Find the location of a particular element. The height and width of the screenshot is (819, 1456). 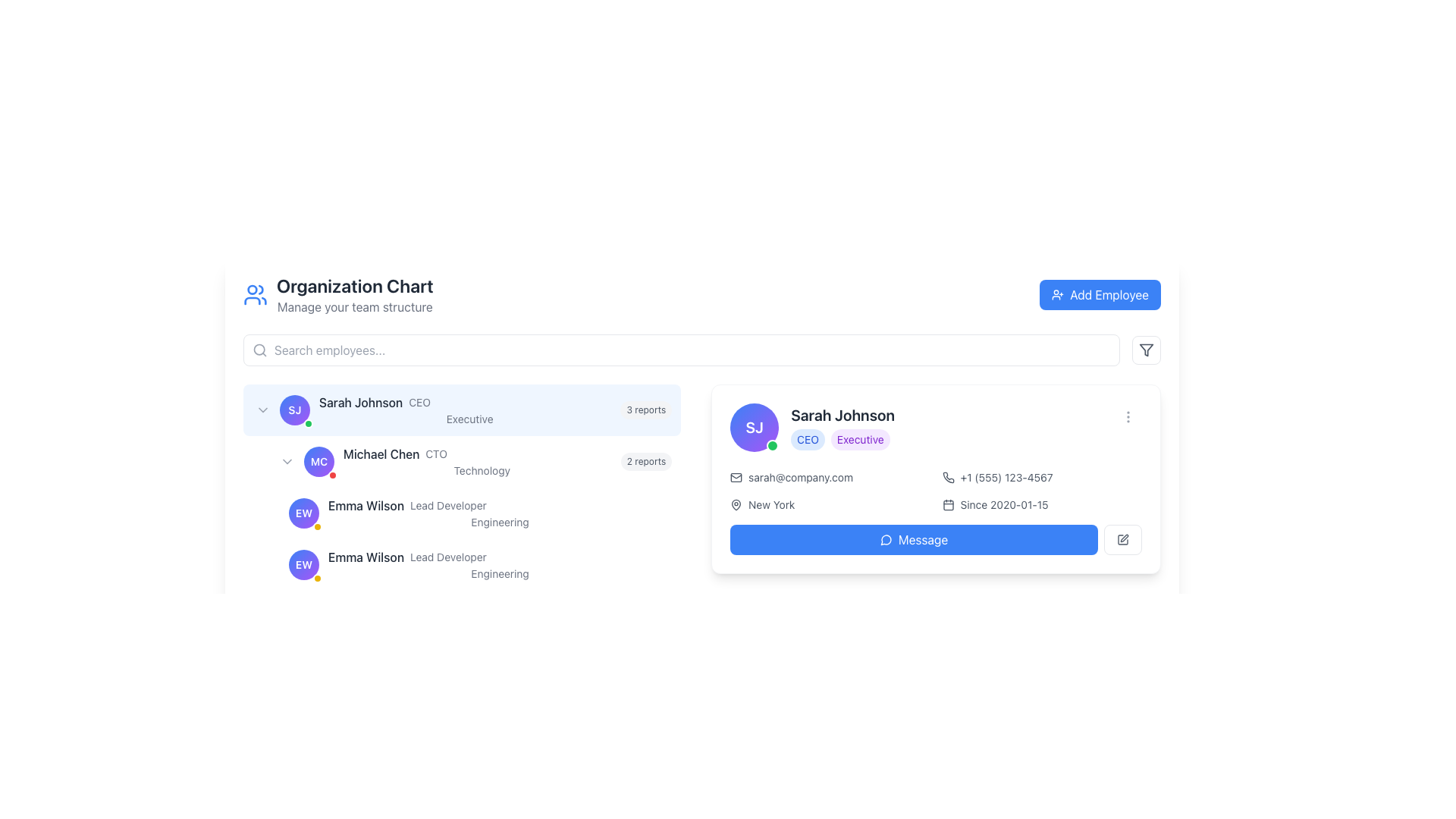

the text label displaying 'Technology', which is styled in gray and positioned below 'Michael Chen CTO' is located at coordinates (481, 470).